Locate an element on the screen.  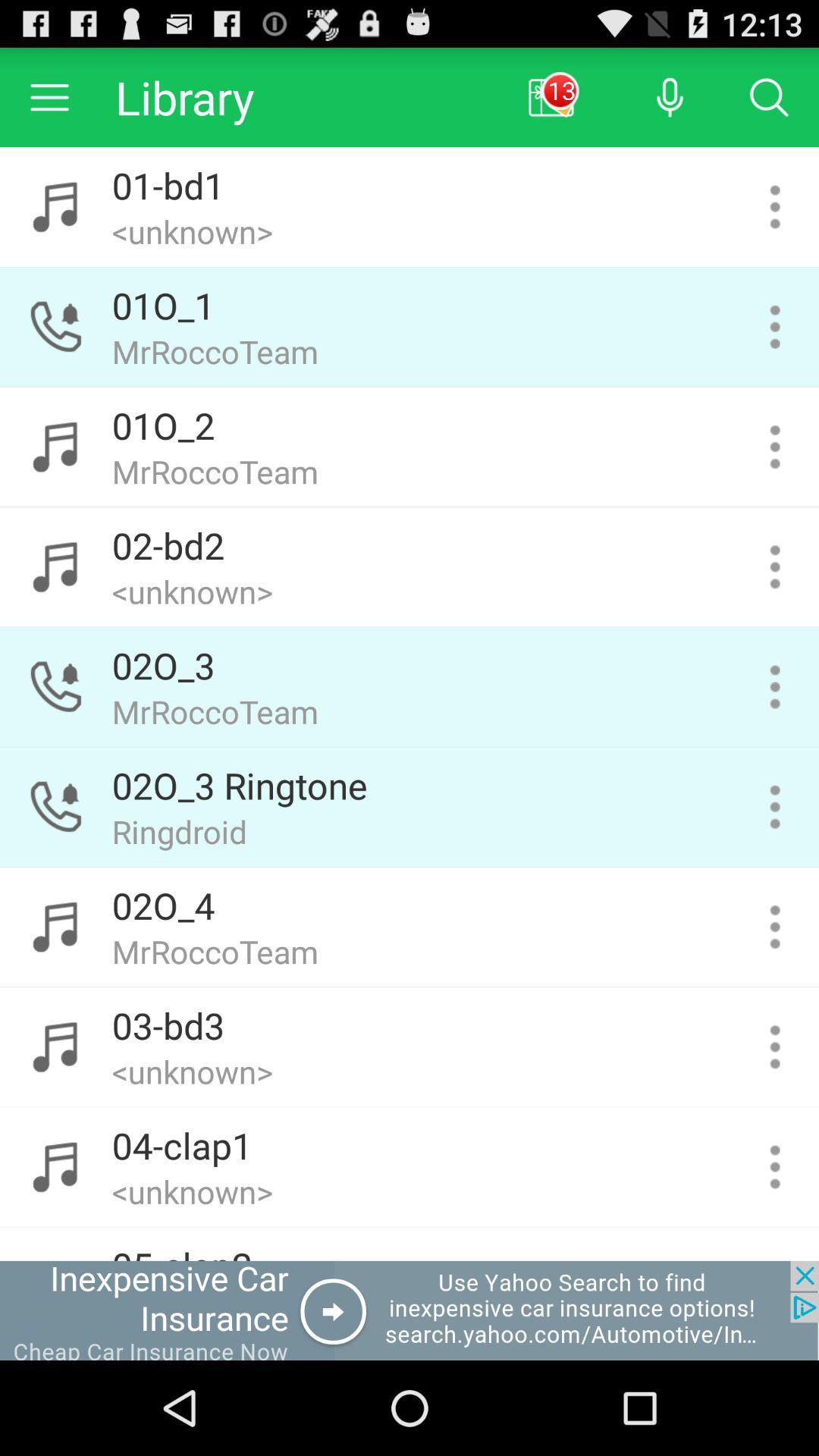
song is located at coordinates (775, 1166).